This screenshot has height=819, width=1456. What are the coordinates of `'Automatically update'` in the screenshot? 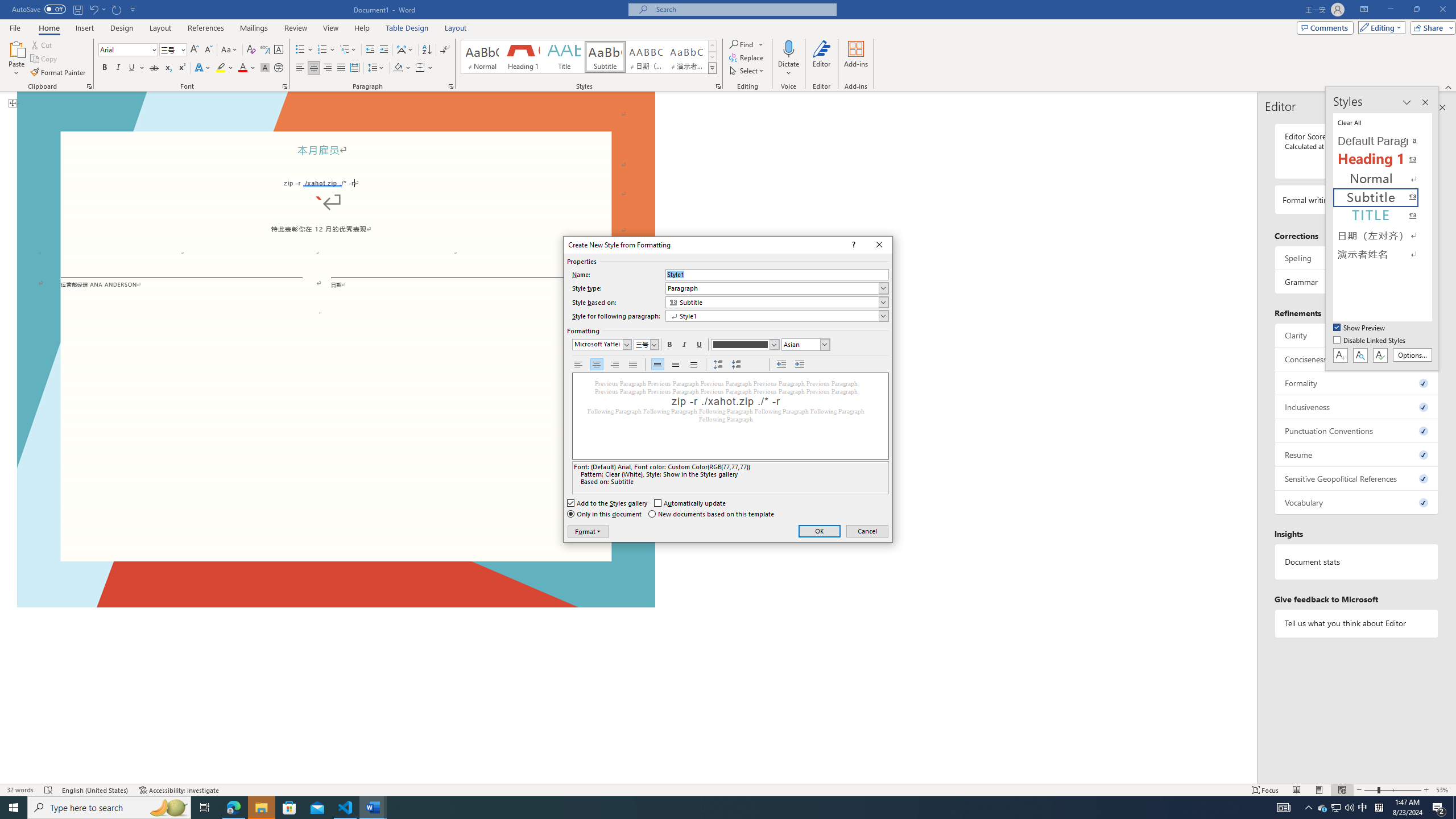 It's located at (690, 503).